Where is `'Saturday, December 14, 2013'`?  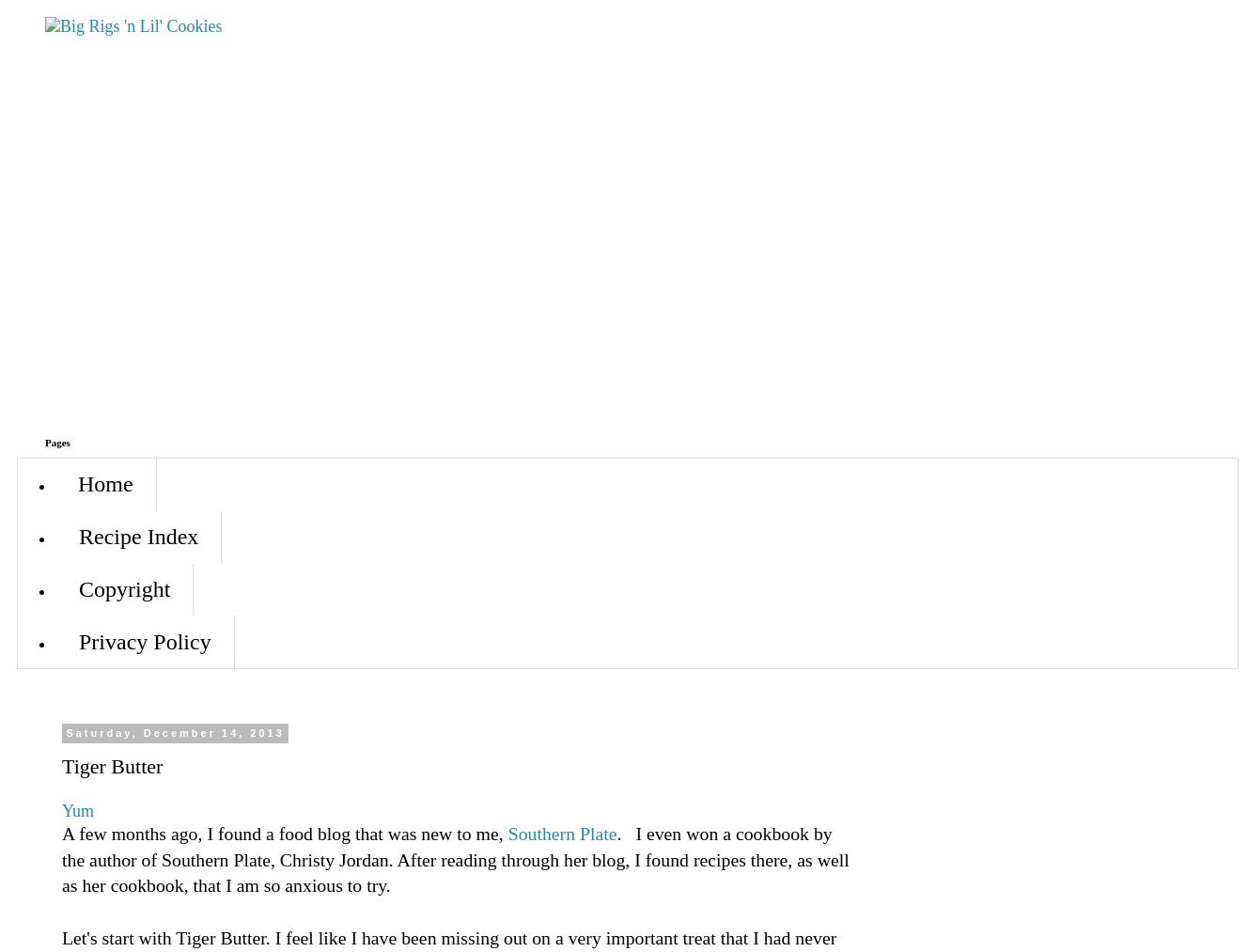 'Saturday, December 14, 2013' is located at coordinates (65, 733).